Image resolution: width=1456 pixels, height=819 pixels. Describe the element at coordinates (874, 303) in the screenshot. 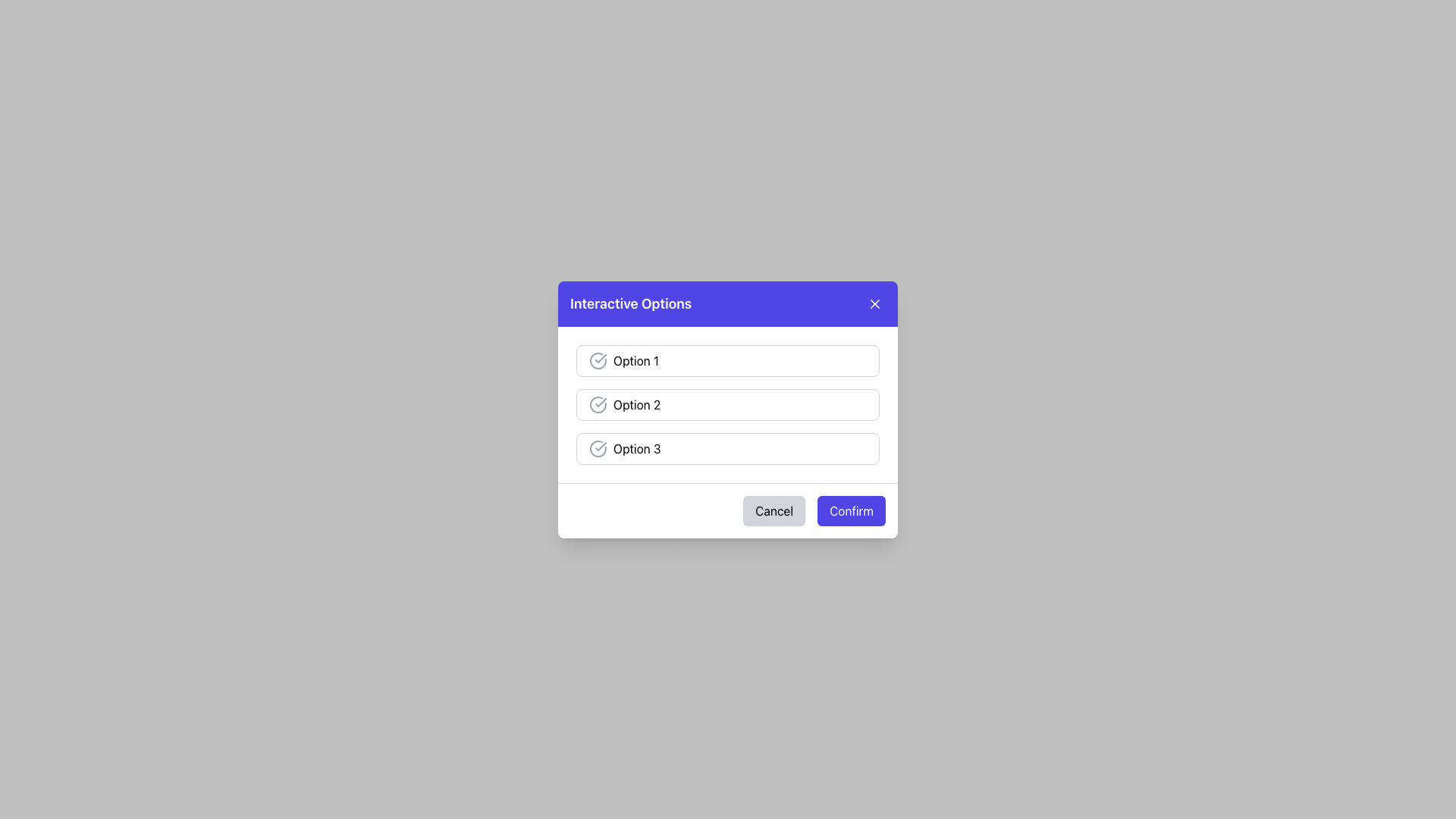

I see `the 'X' shaped icon button with a blue background located in the top-right corner of the modal dialog` at that location.